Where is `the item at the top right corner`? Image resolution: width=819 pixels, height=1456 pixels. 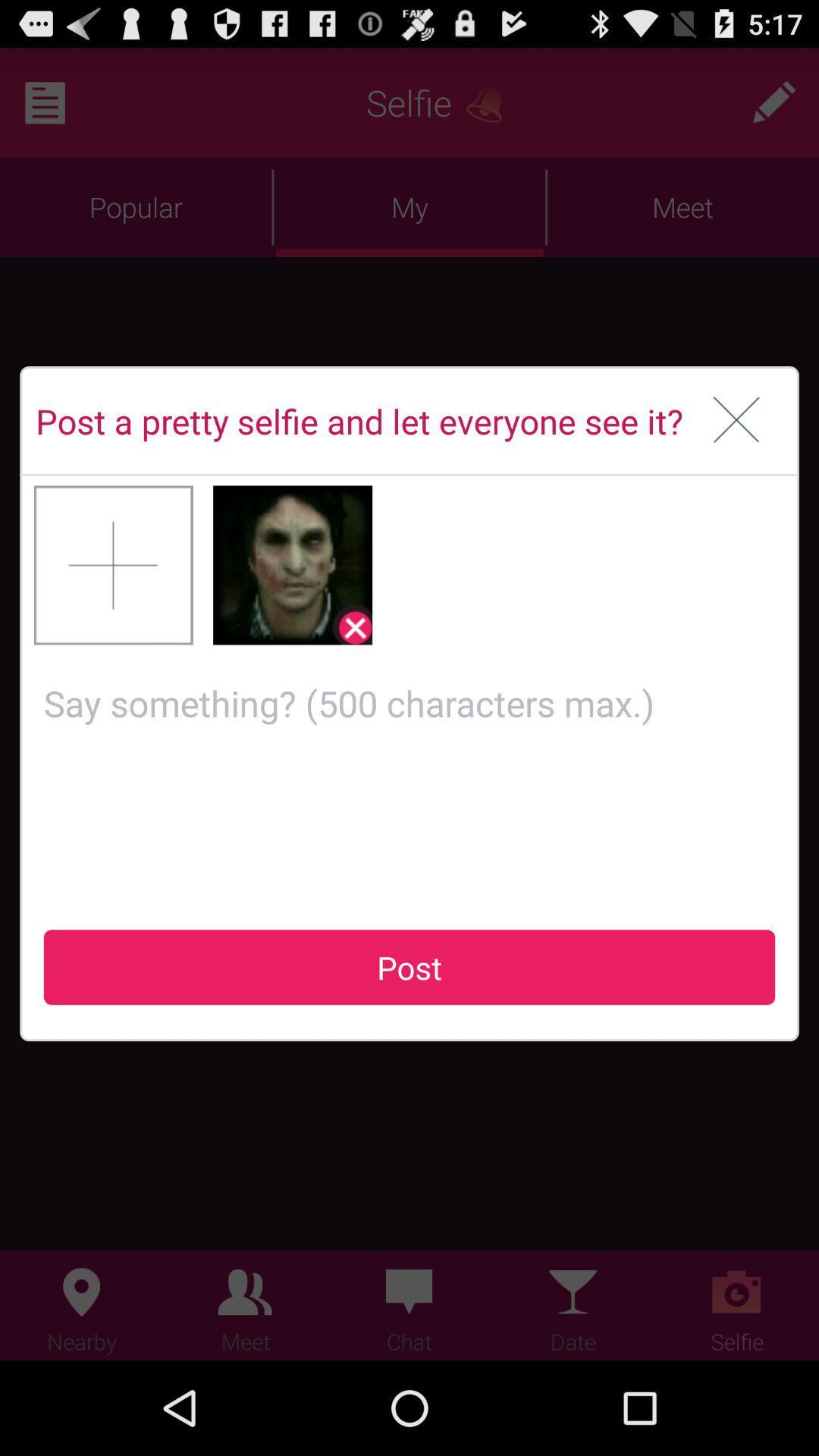 the item at the top right corner is located at coordinates (736, 421).